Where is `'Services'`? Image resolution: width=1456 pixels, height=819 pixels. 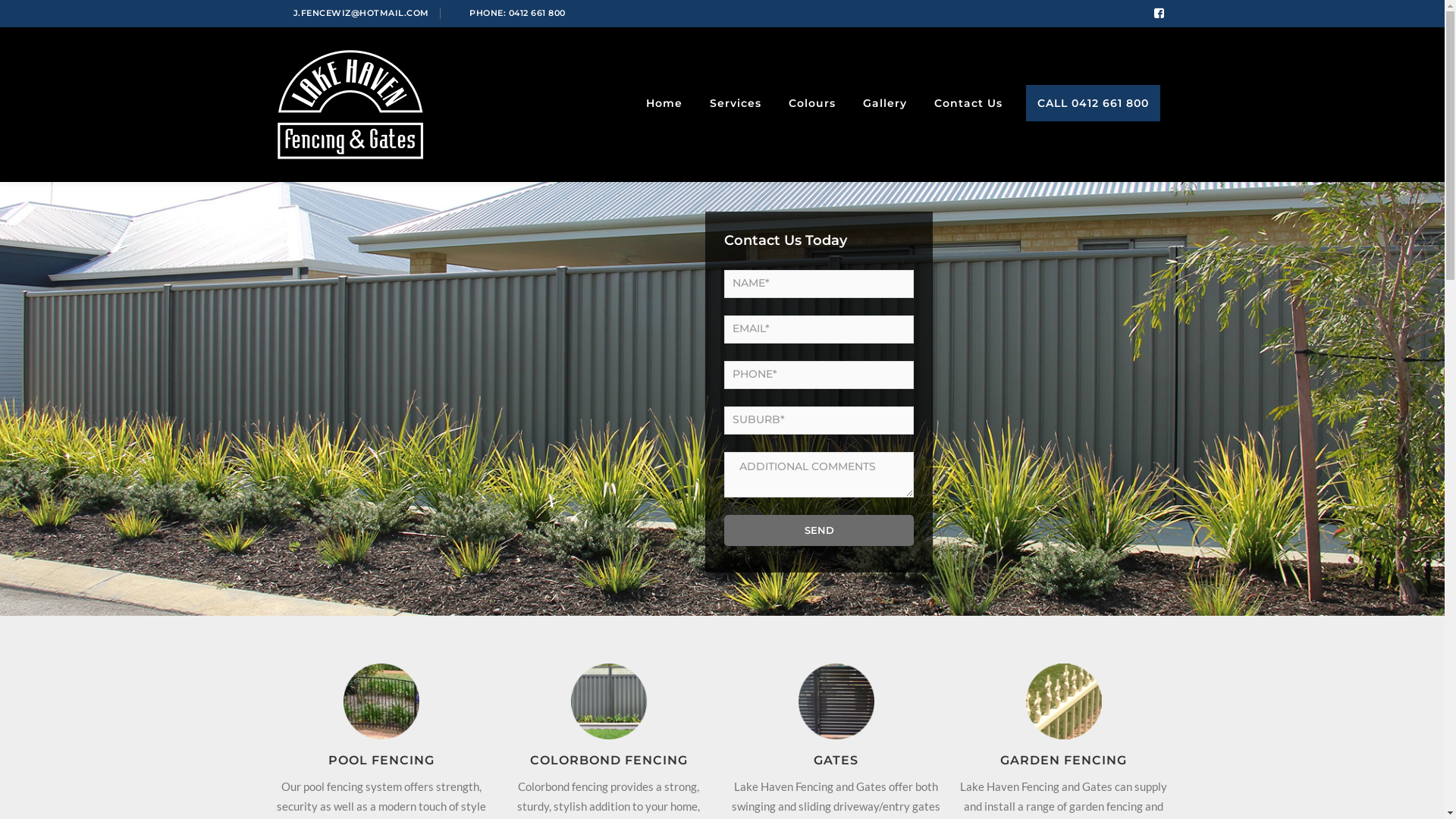
'Services' is located at coordinates (704, 102).